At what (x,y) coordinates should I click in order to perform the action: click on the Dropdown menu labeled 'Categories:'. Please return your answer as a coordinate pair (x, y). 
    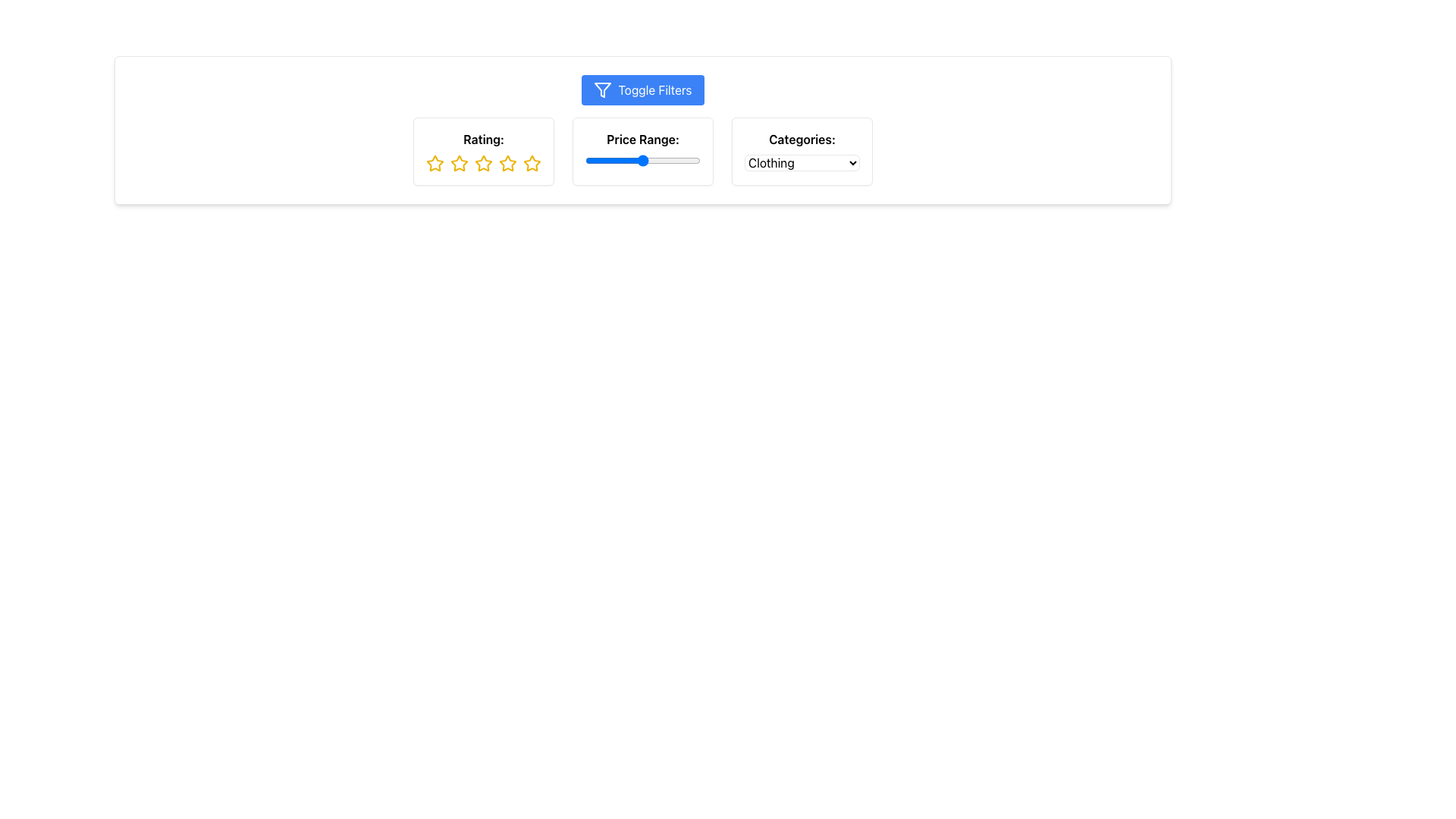
    Looking at the image, I should click on (801, 163).